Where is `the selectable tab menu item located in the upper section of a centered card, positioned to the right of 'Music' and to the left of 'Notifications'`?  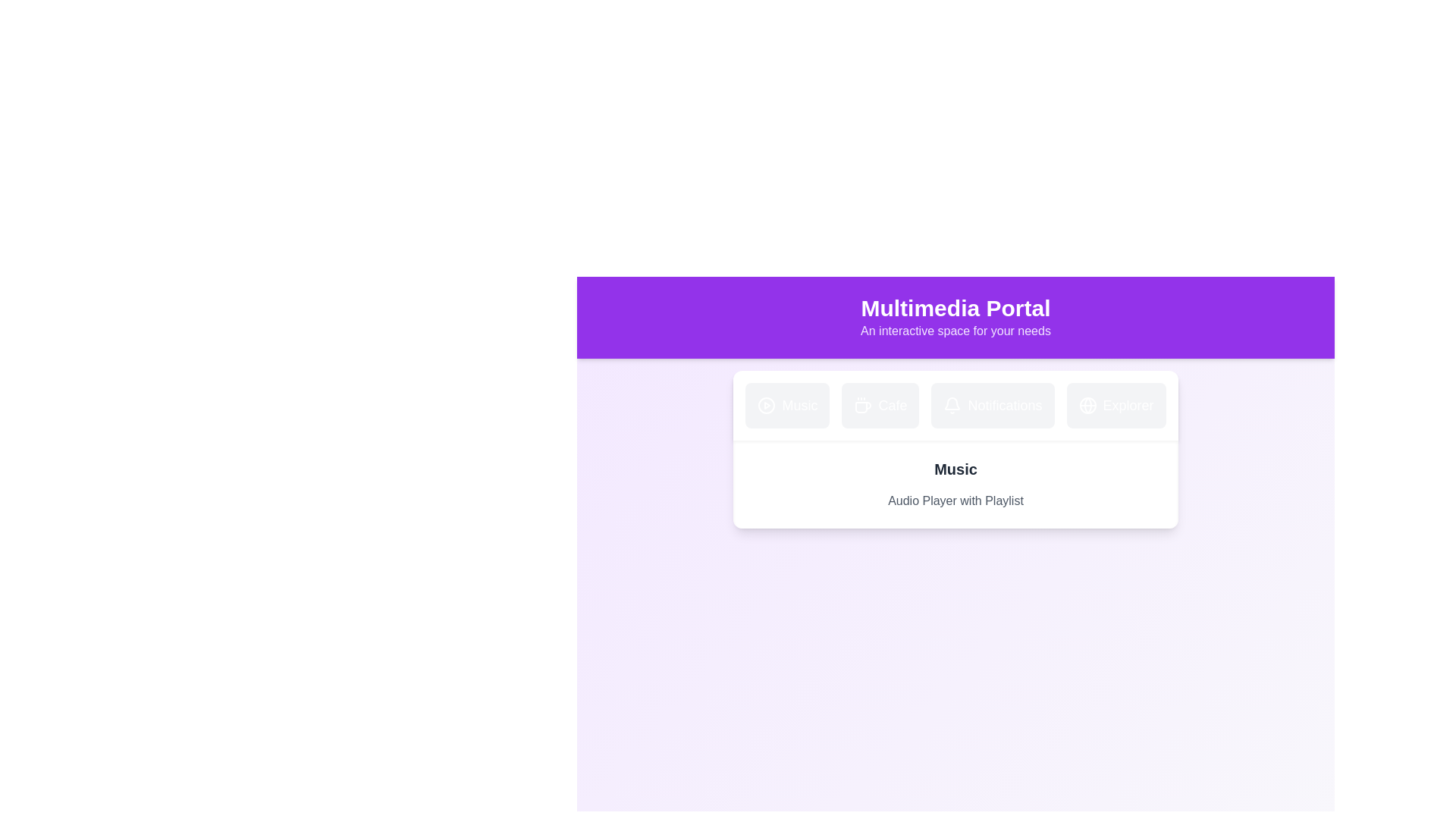 the selectable tab menu item located in the upper section of a centered card, positioned to the right of 'Music' and to the left of 'Notifications' is located at coordinates (880, 405).